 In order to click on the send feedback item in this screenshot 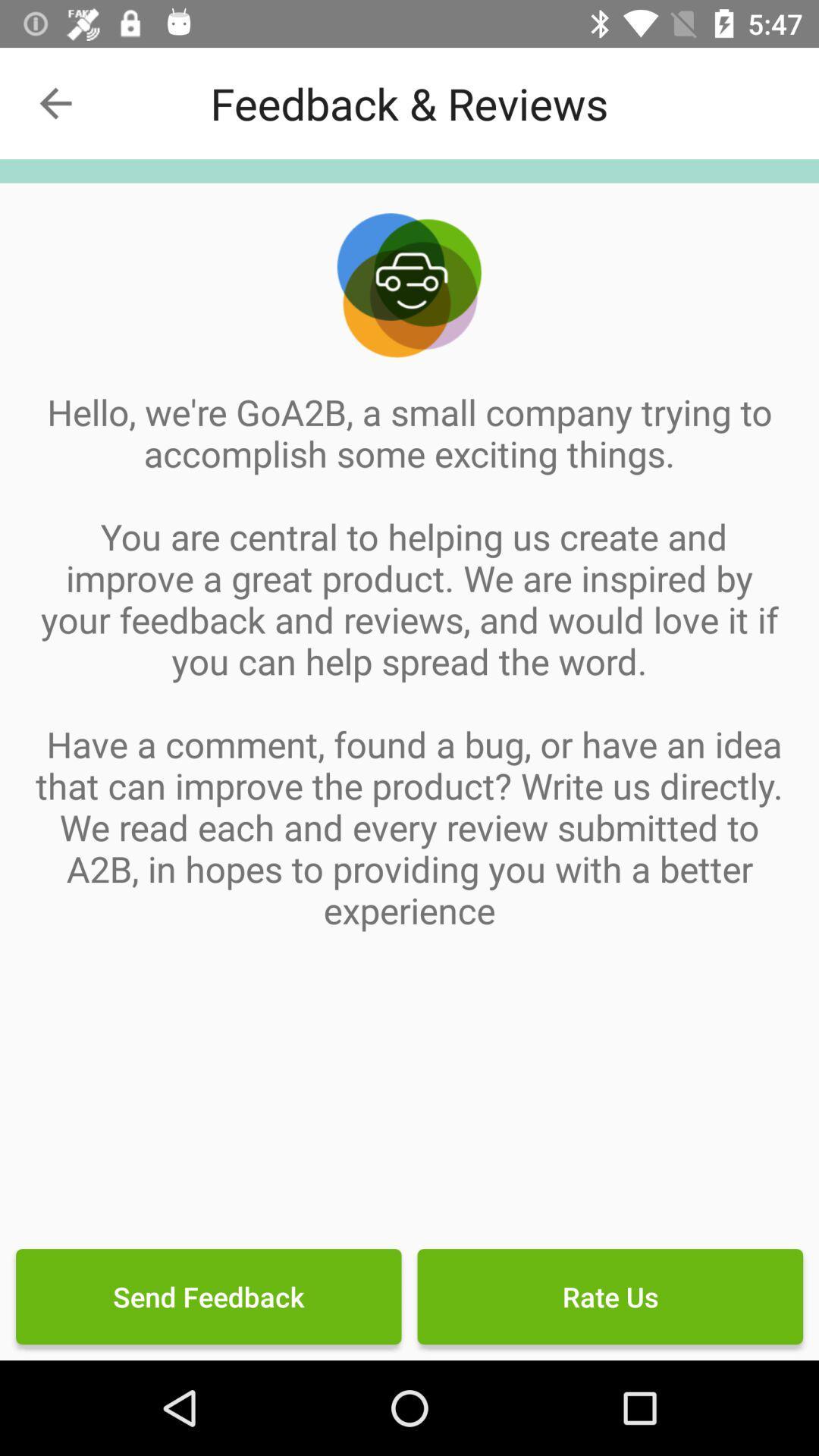, I will do `click(209, 1295)`.